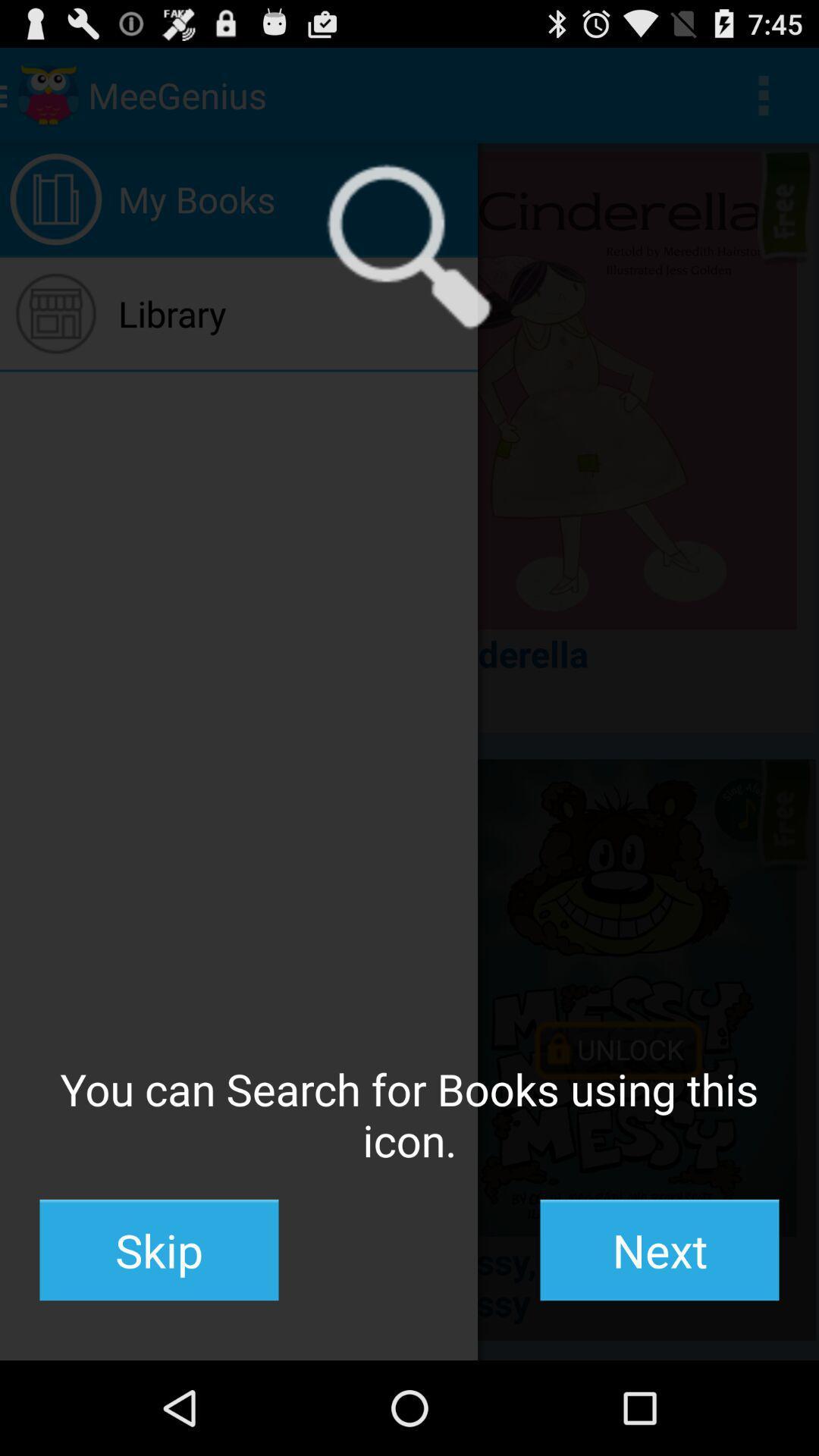 This screenshot has height=1456, width=819. I want to click on the skip item, so click(158, 1250).